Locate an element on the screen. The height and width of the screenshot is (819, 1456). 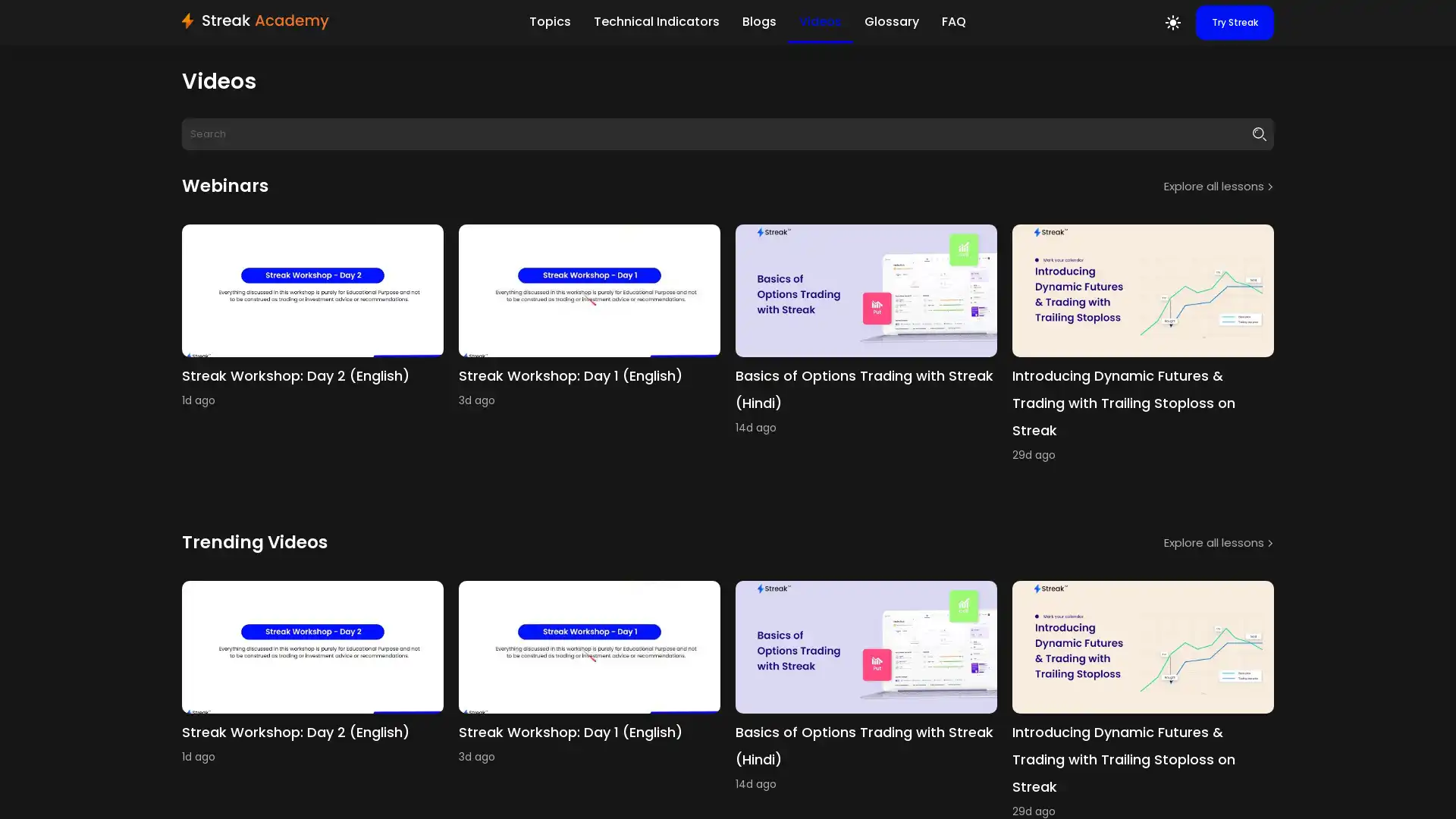
youtube Streak Workshop: Day 2 (English) 1d ago is located at coordinates (312, 345).